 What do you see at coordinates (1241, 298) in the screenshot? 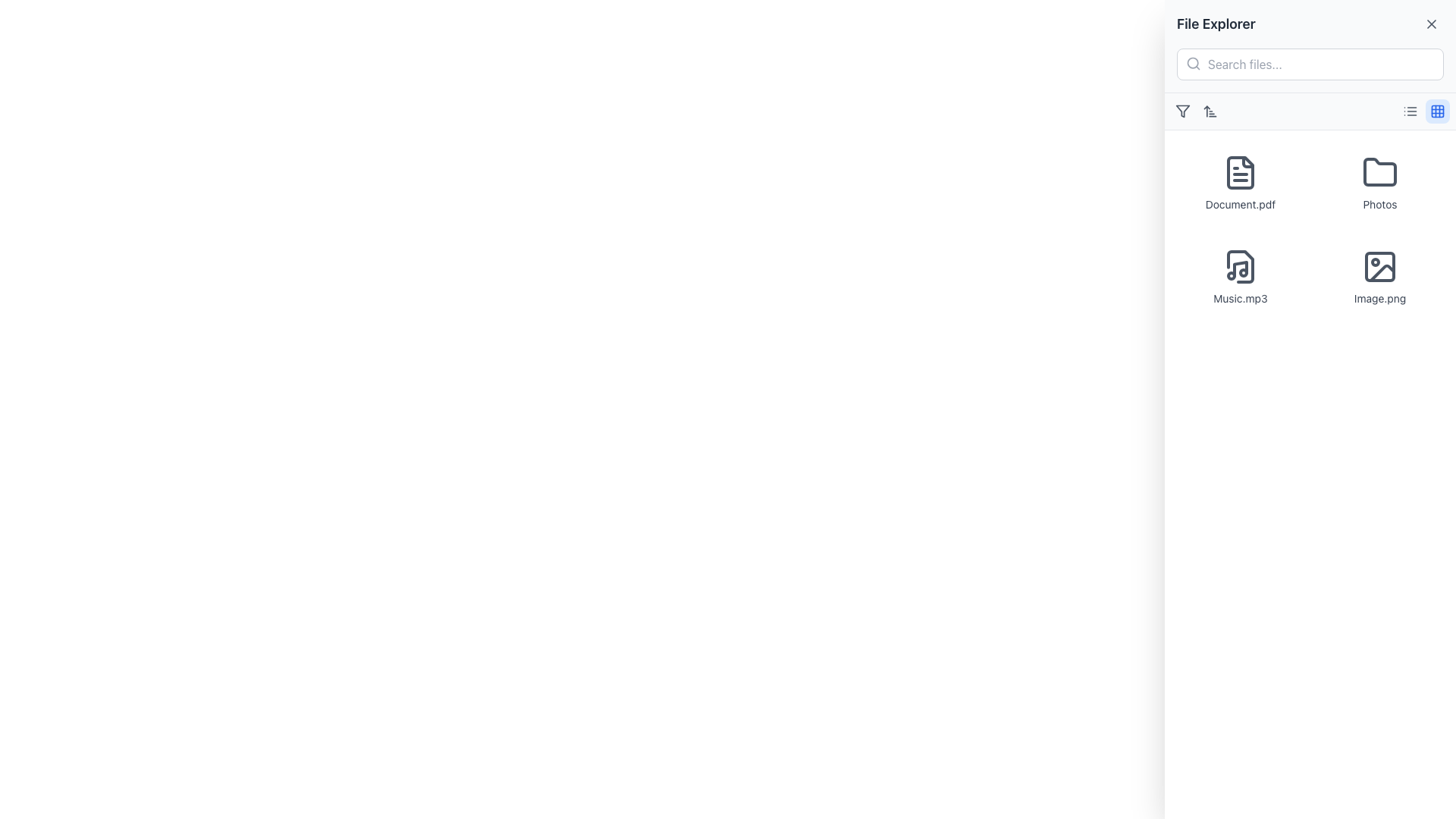
I see `the text label displaying 'Music.mp3' in gray color located in the lower part of a file preview card in the second row and first column of the file explorer interface` at bounding box center [1241, 298].